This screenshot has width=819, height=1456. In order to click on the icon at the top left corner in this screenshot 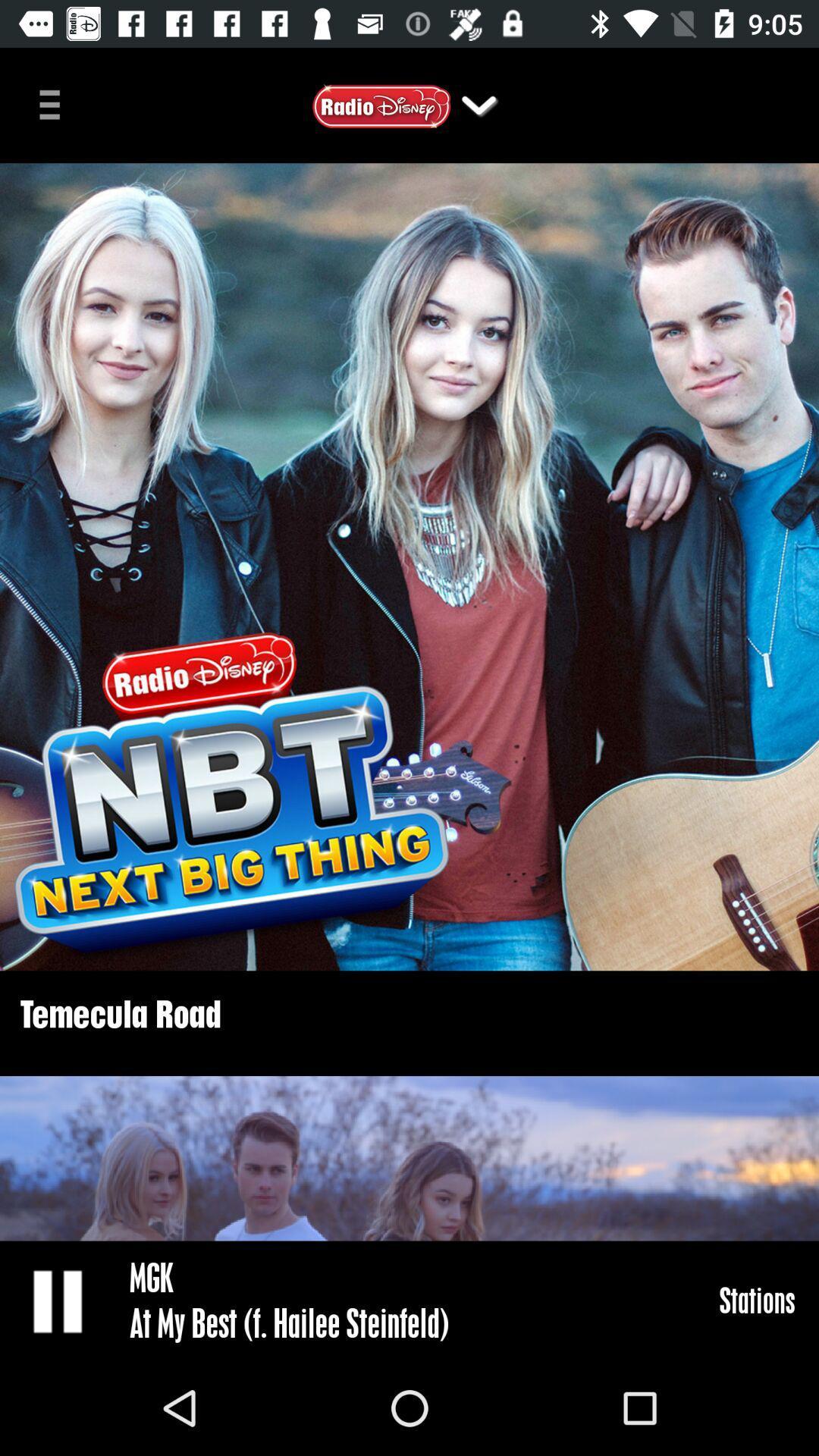, I will do `click(55, 102)`.